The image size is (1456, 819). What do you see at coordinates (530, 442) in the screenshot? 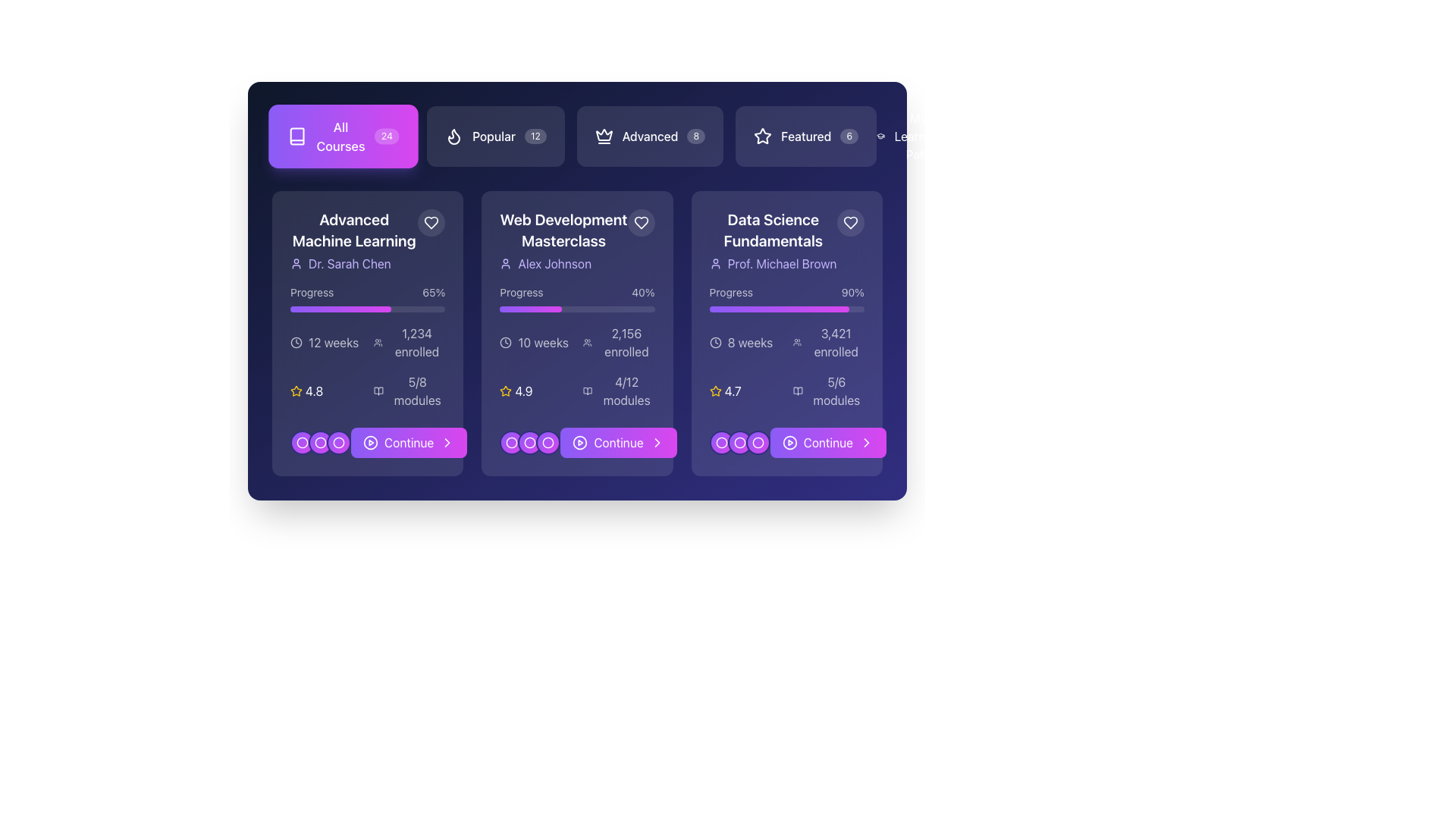
I see `the second button in the group below the 'Web Development Masterclass' course card` at bounding box center [530, 442].